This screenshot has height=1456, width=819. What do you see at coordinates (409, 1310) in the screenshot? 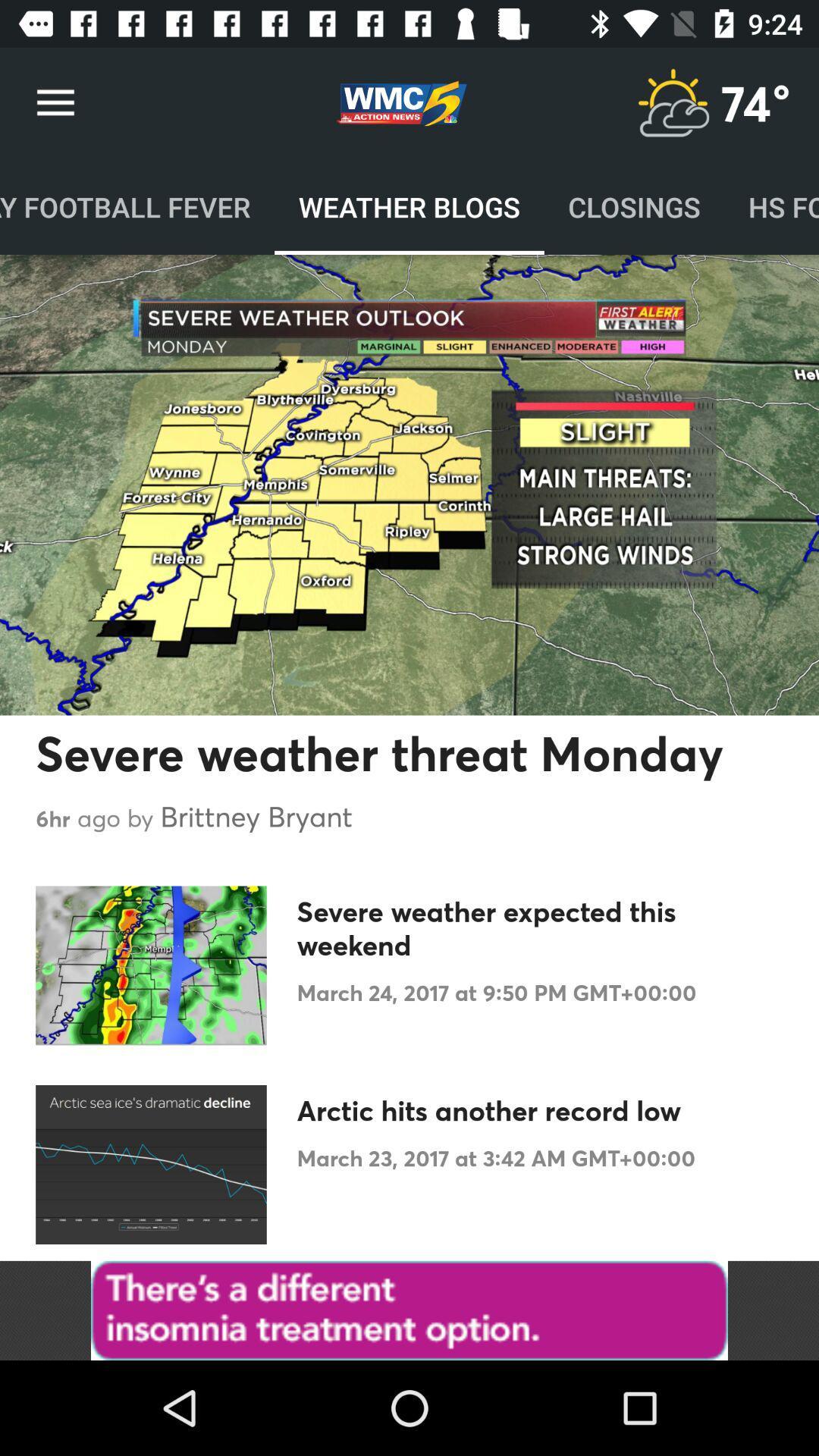
I see `advertising site` at bounding box center [409, 1310].